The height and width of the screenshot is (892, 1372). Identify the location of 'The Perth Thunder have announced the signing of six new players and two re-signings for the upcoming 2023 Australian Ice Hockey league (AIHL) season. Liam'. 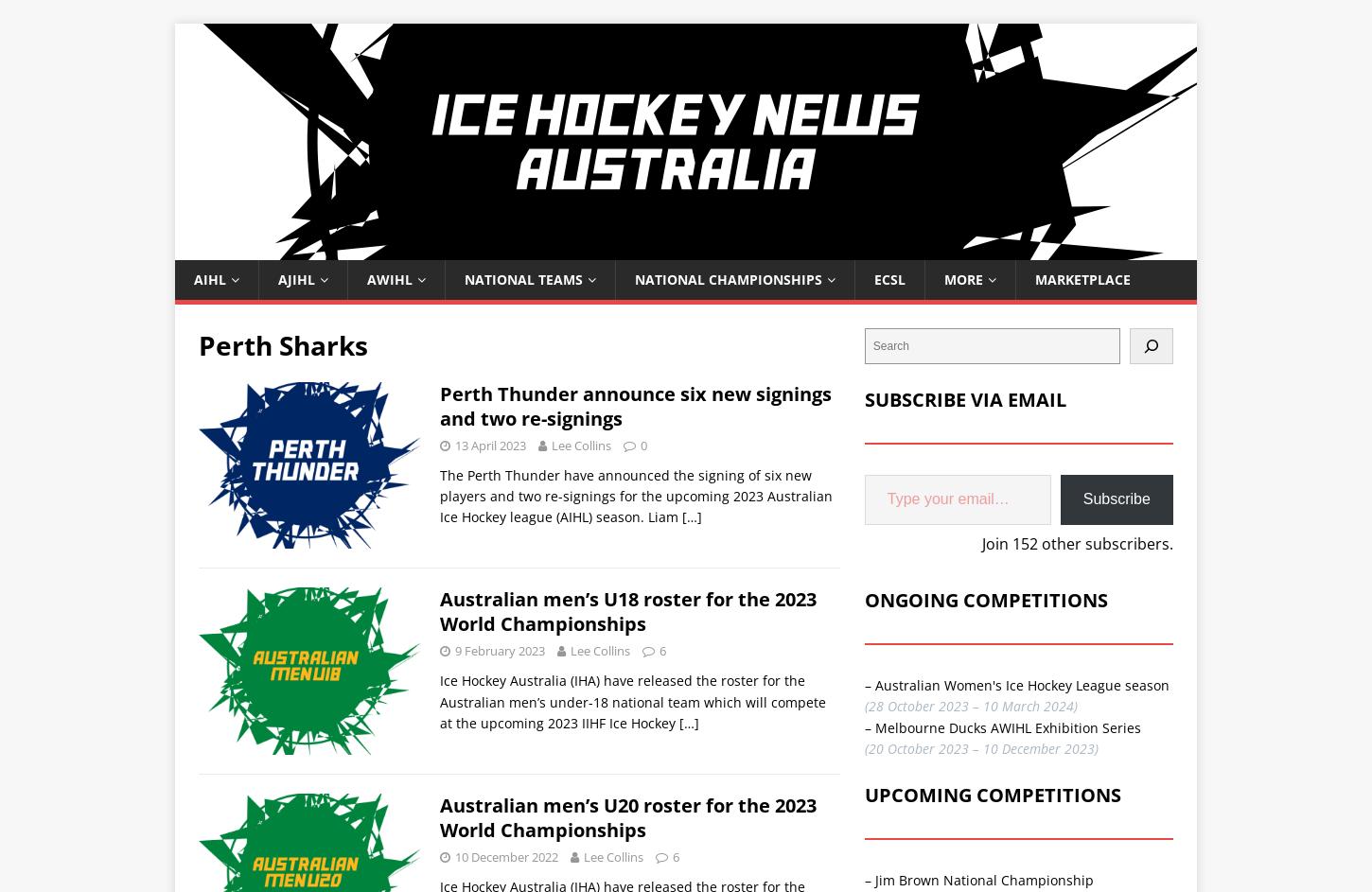
(635, 496).